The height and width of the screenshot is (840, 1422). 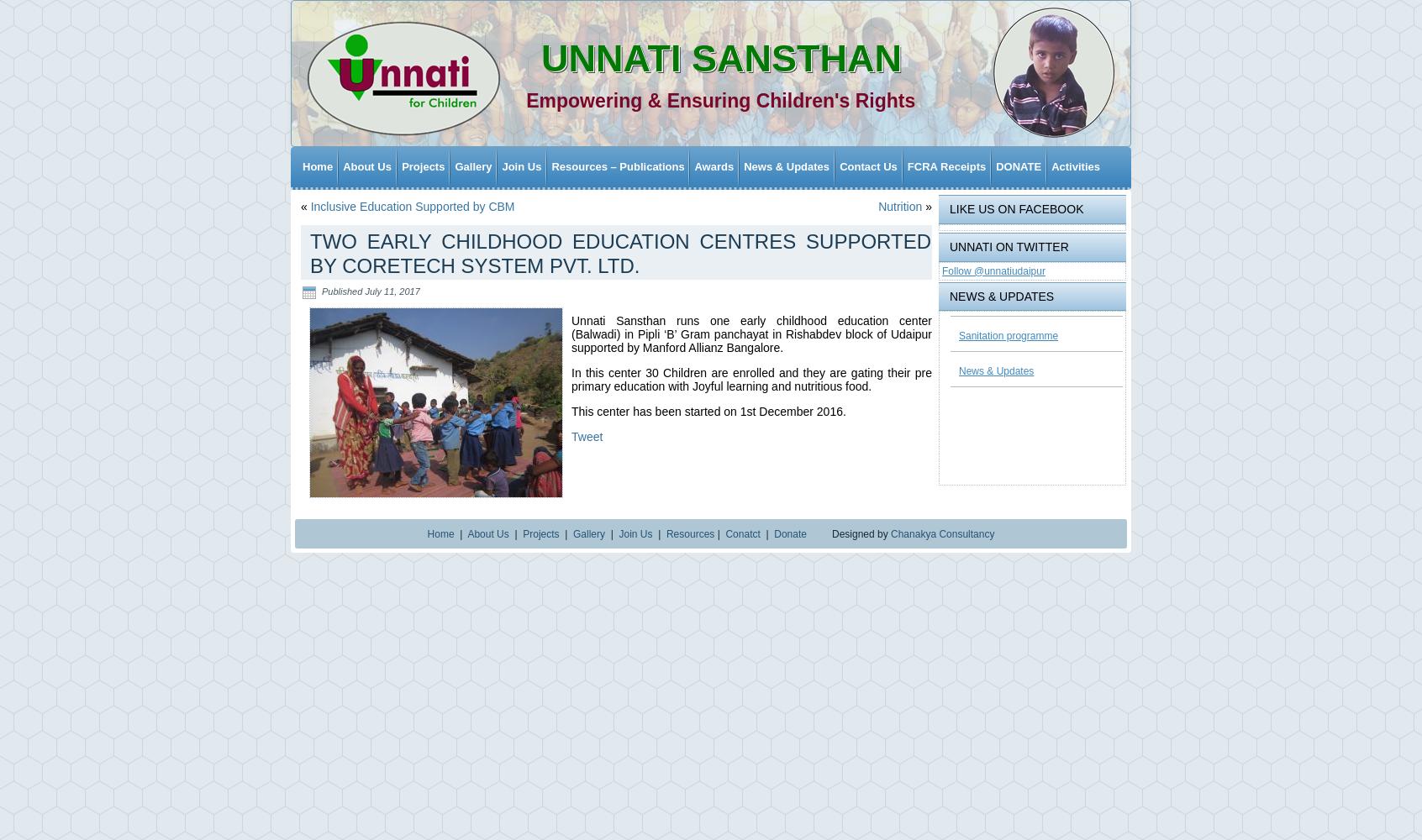 I want to click on 'Published', so click(x=341, y=290).